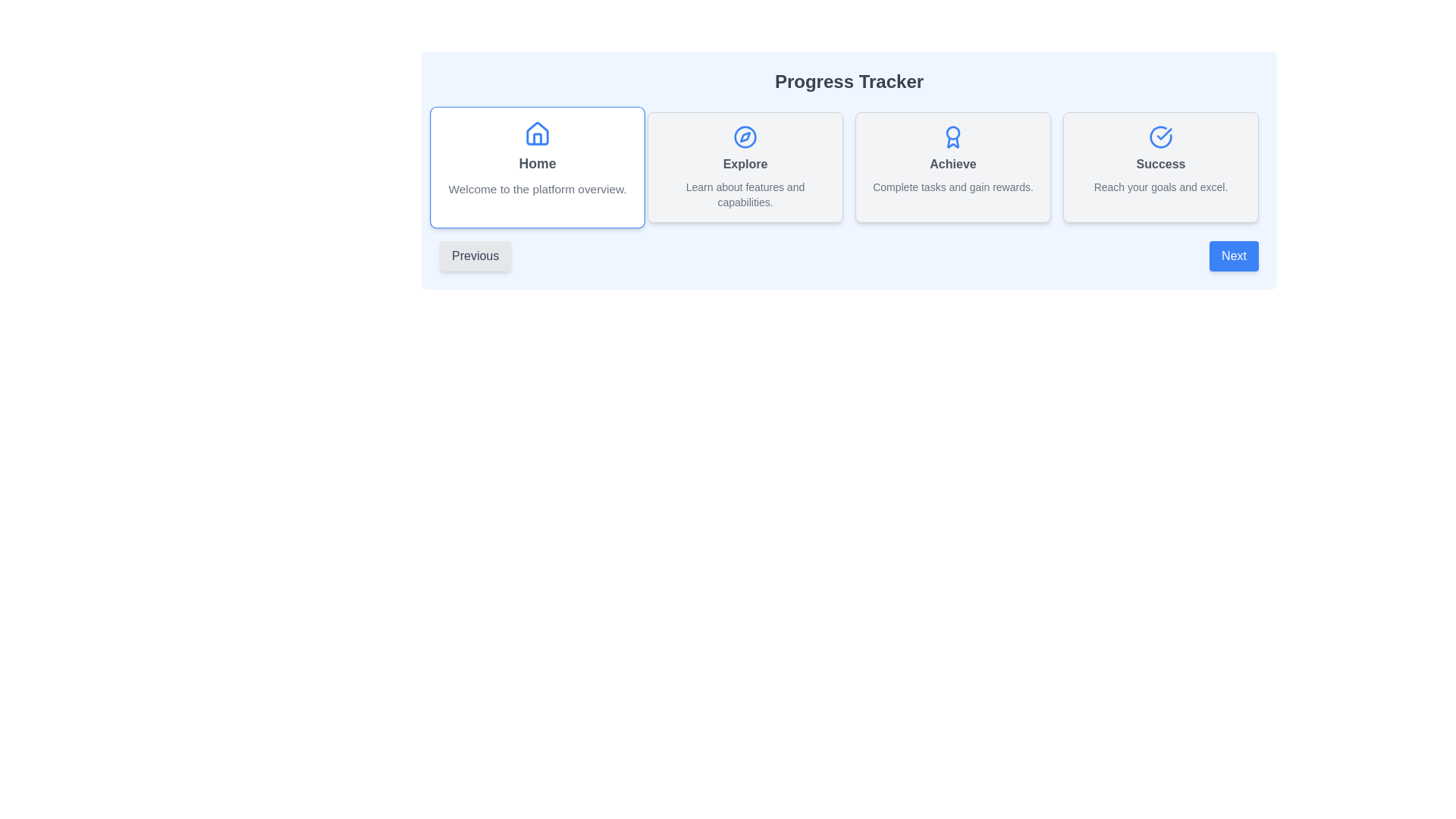  Describe the element at coordinates (1160, 164) in the screenshot. I see `the bold-styled text reading 'Success' that is centrally aligned within its light gray card layout` at that location.